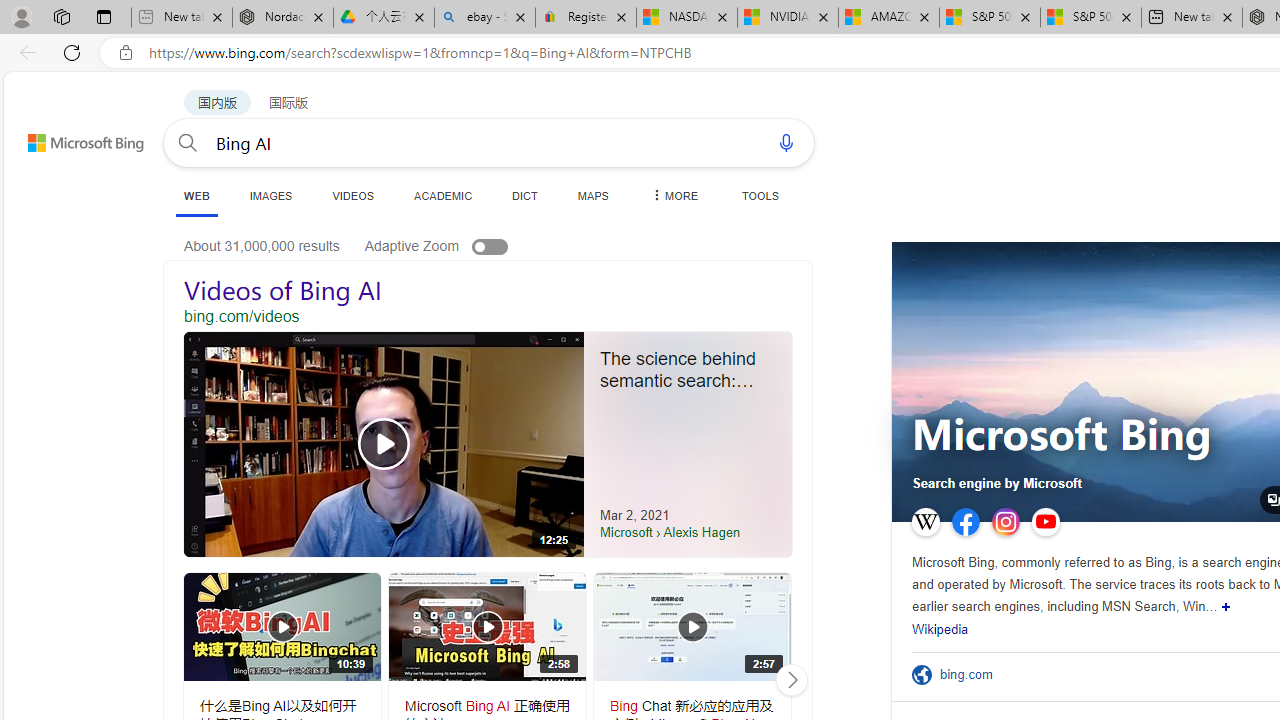 Image resolution: width=1280 pixels, height=720 pixels. I want to click on 'TOOLS', so click(759, 195).